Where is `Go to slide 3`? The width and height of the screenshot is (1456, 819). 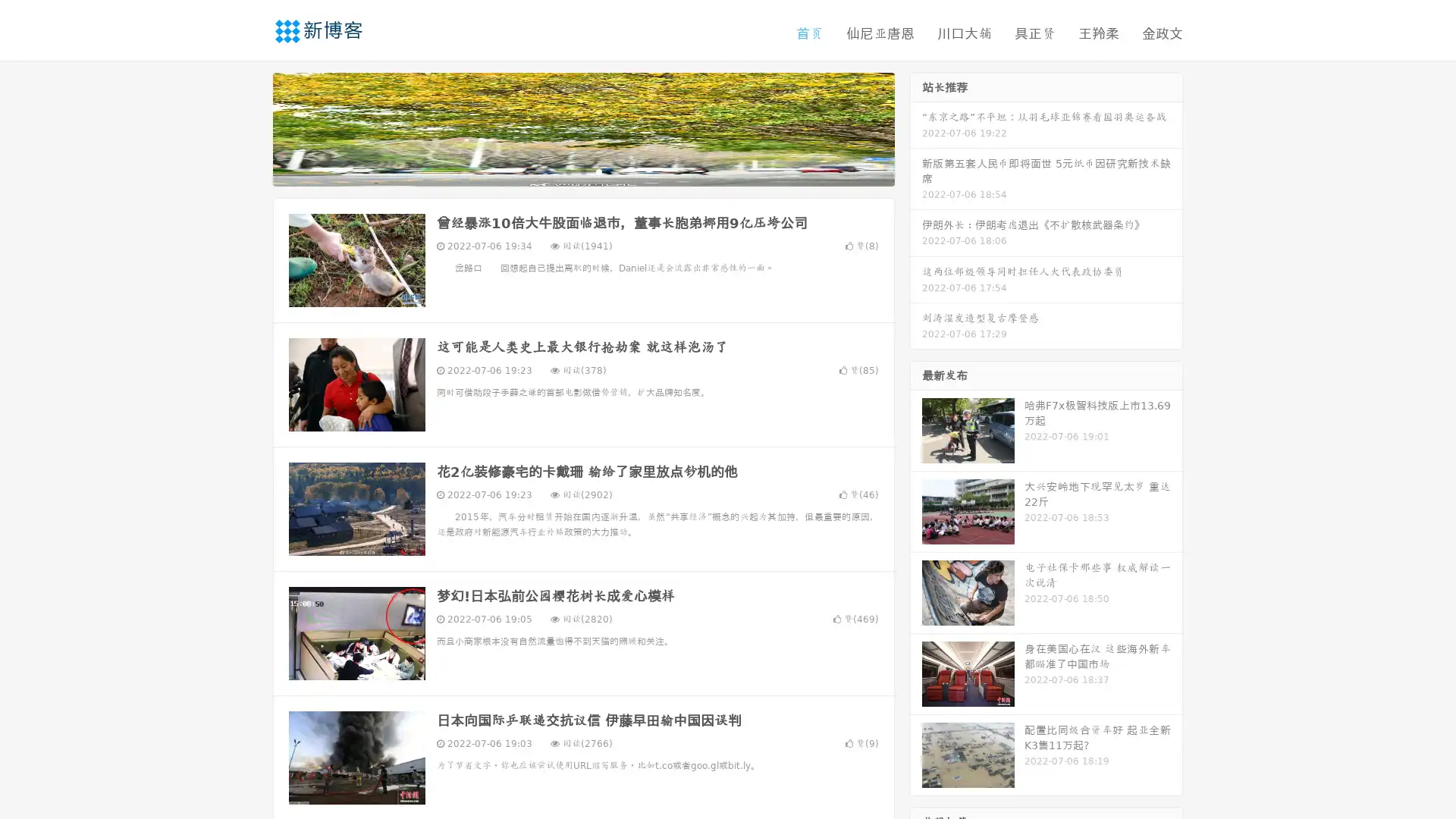
Go to slide 3 is located at coordinates (598, 171).